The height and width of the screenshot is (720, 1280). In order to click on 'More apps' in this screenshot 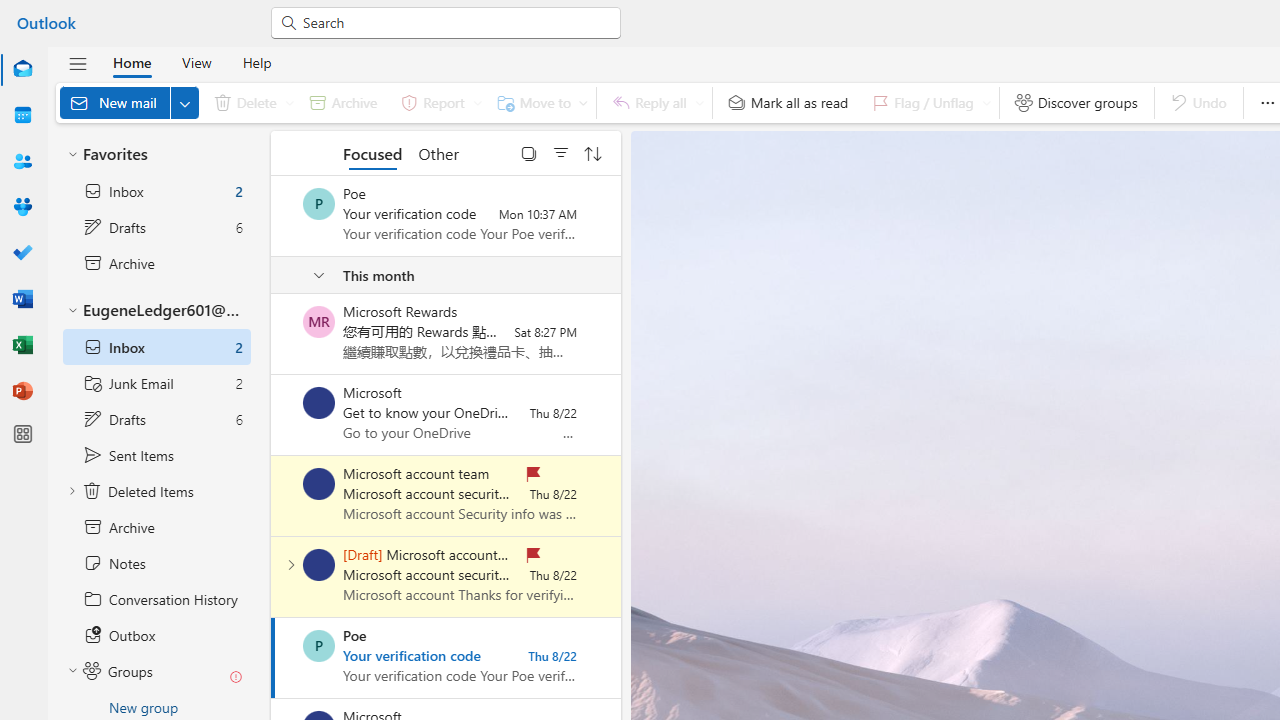, I will do `click(23, 433)`.